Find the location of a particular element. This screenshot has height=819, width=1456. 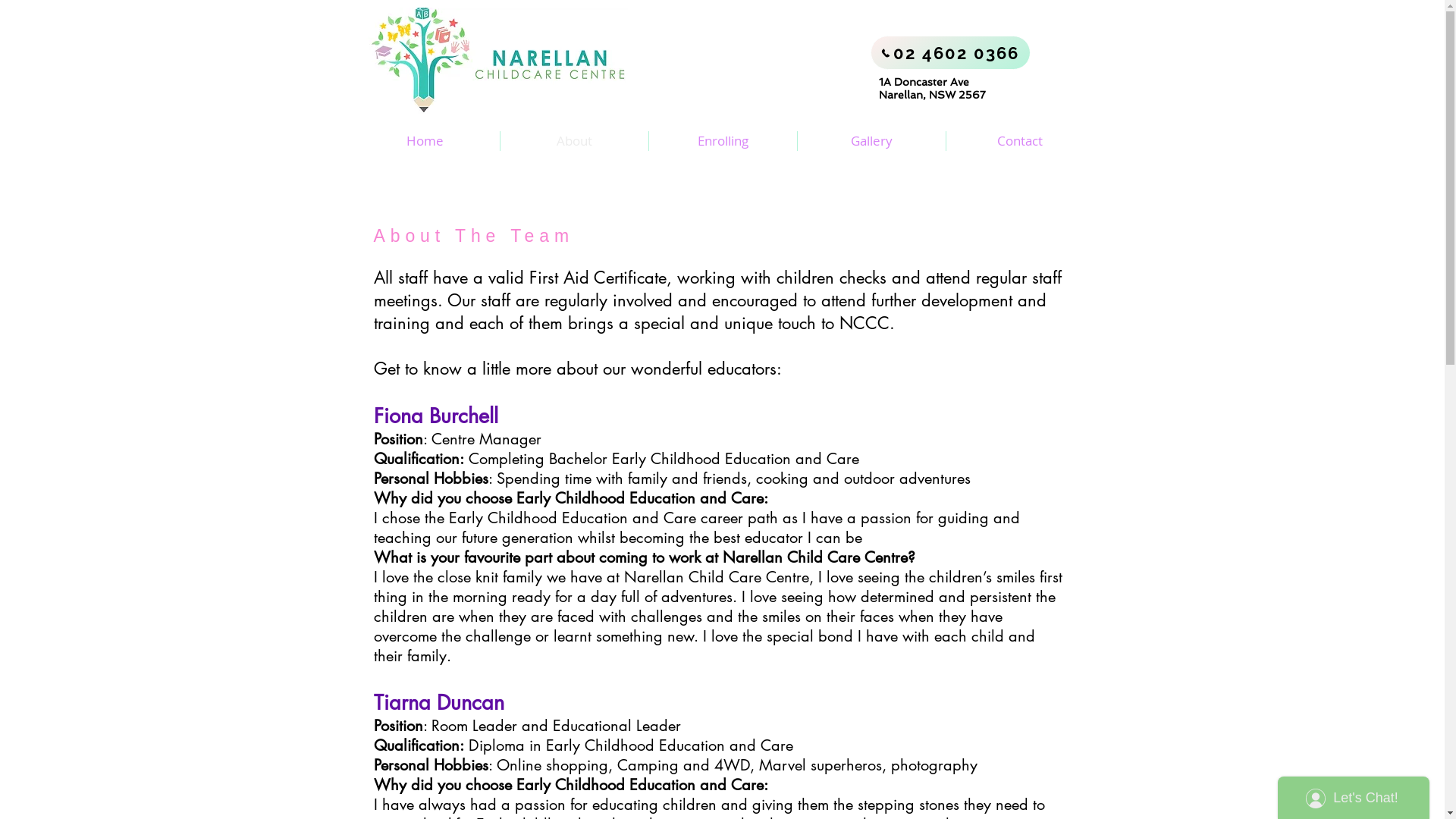

'02 4602 0366' is located at coordinates (949, 52).